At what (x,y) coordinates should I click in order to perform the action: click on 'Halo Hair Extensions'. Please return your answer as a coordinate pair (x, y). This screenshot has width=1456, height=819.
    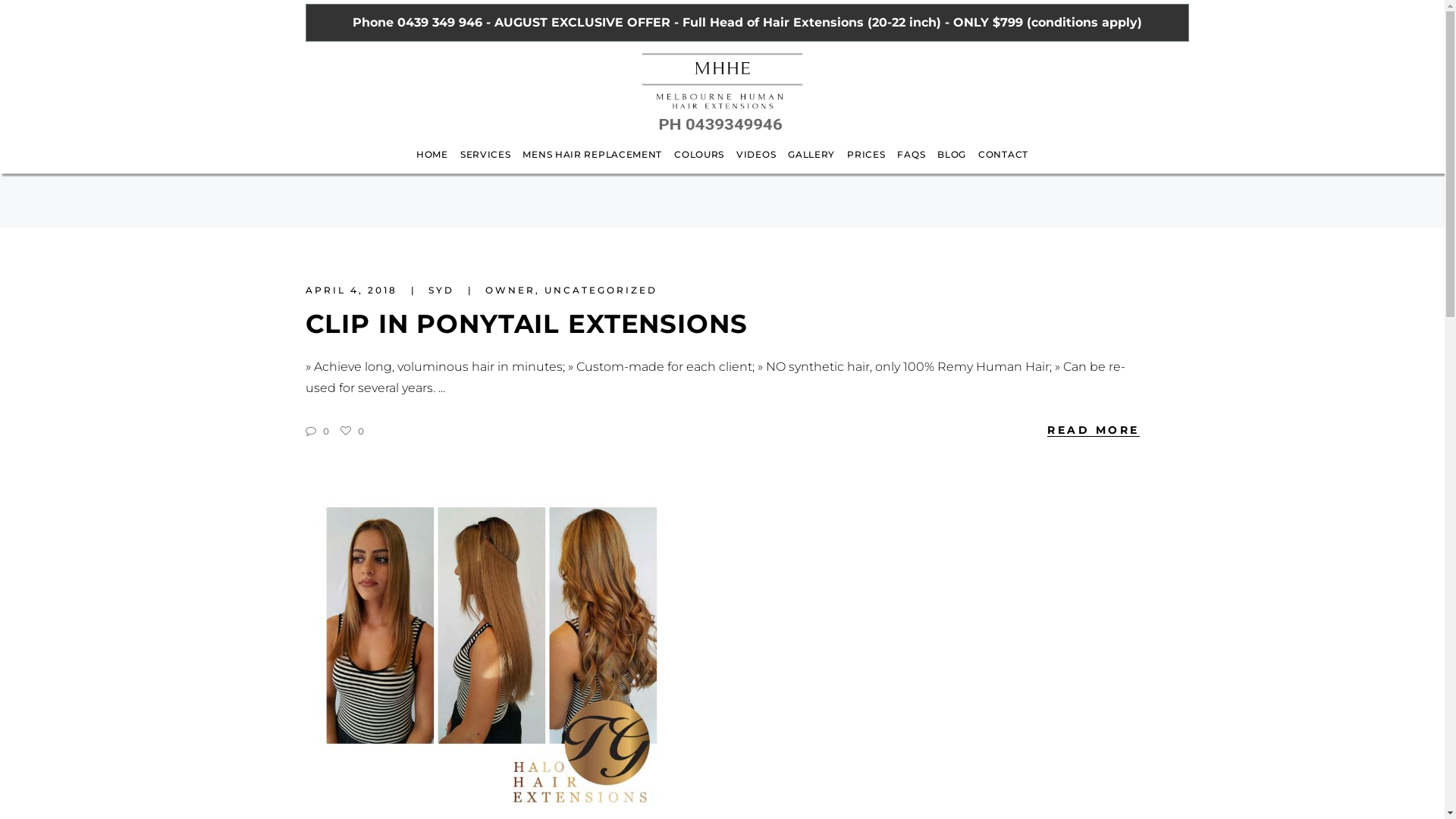
    Looking at the image, I should click on (490, 651).